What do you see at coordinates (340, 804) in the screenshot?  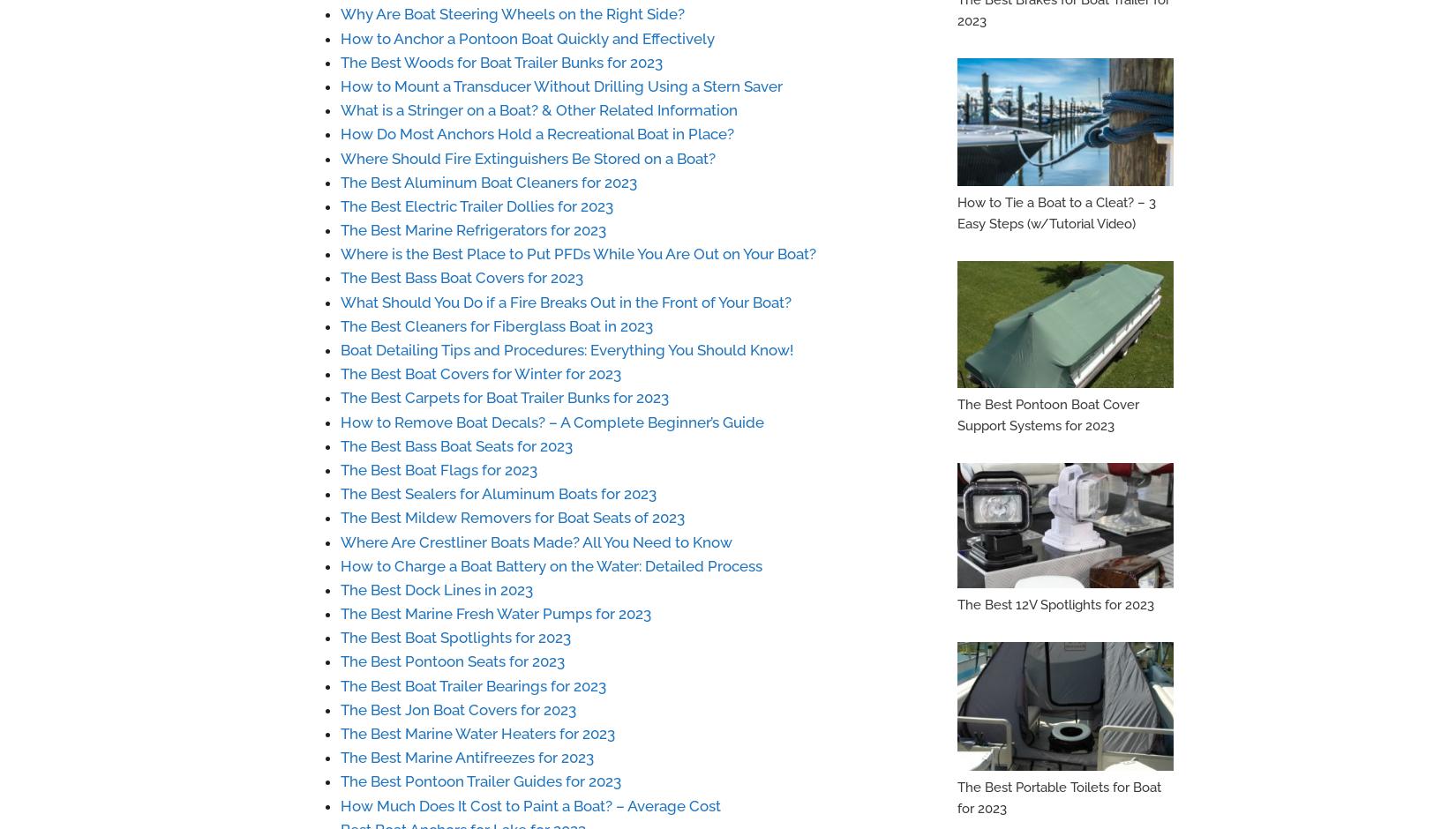 I see `'How Much Does It Cost to Paint a Boat? – Average Cost'` at bounding box center [340, 804].